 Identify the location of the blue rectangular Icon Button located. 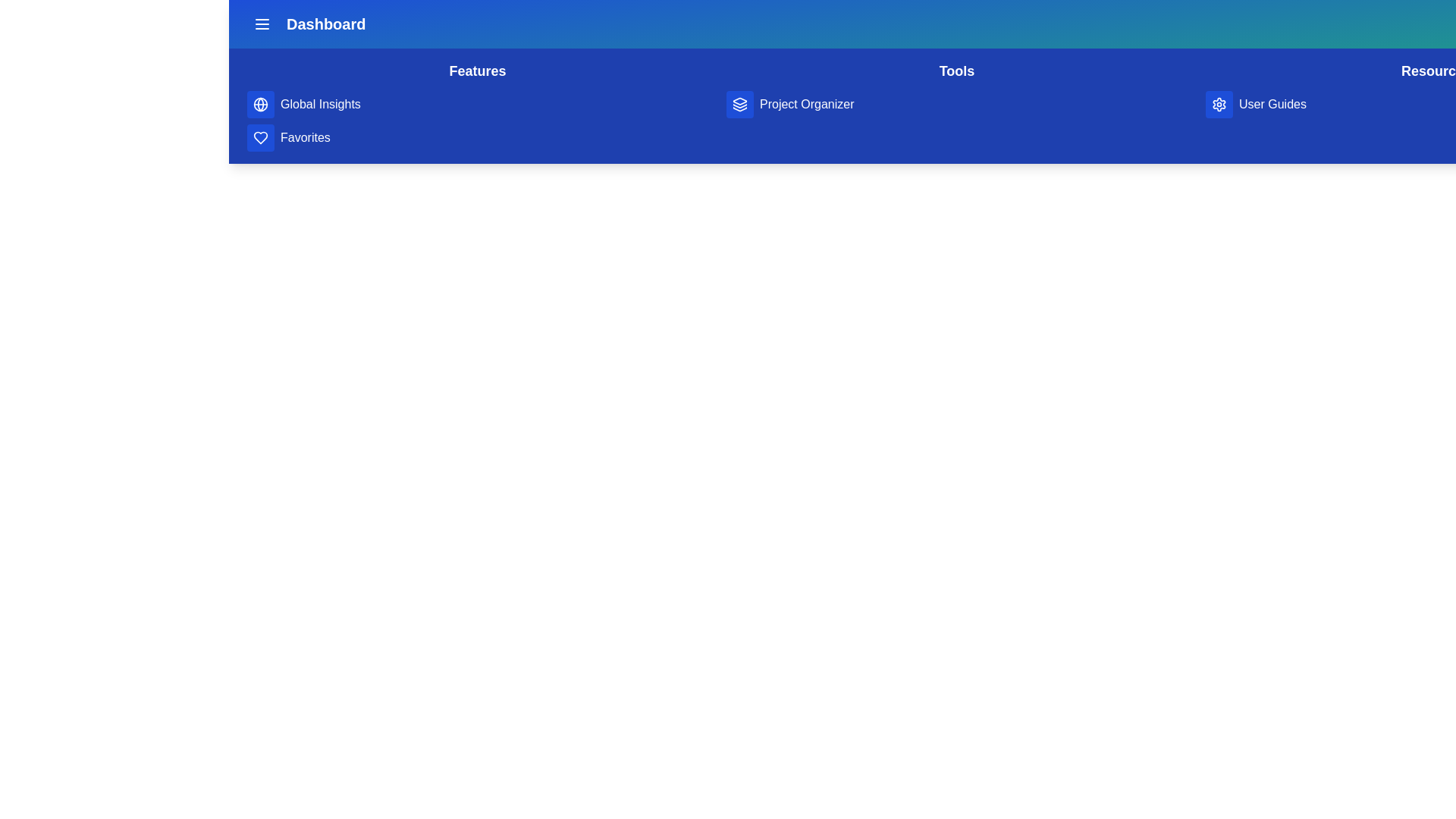
(1219, 104).